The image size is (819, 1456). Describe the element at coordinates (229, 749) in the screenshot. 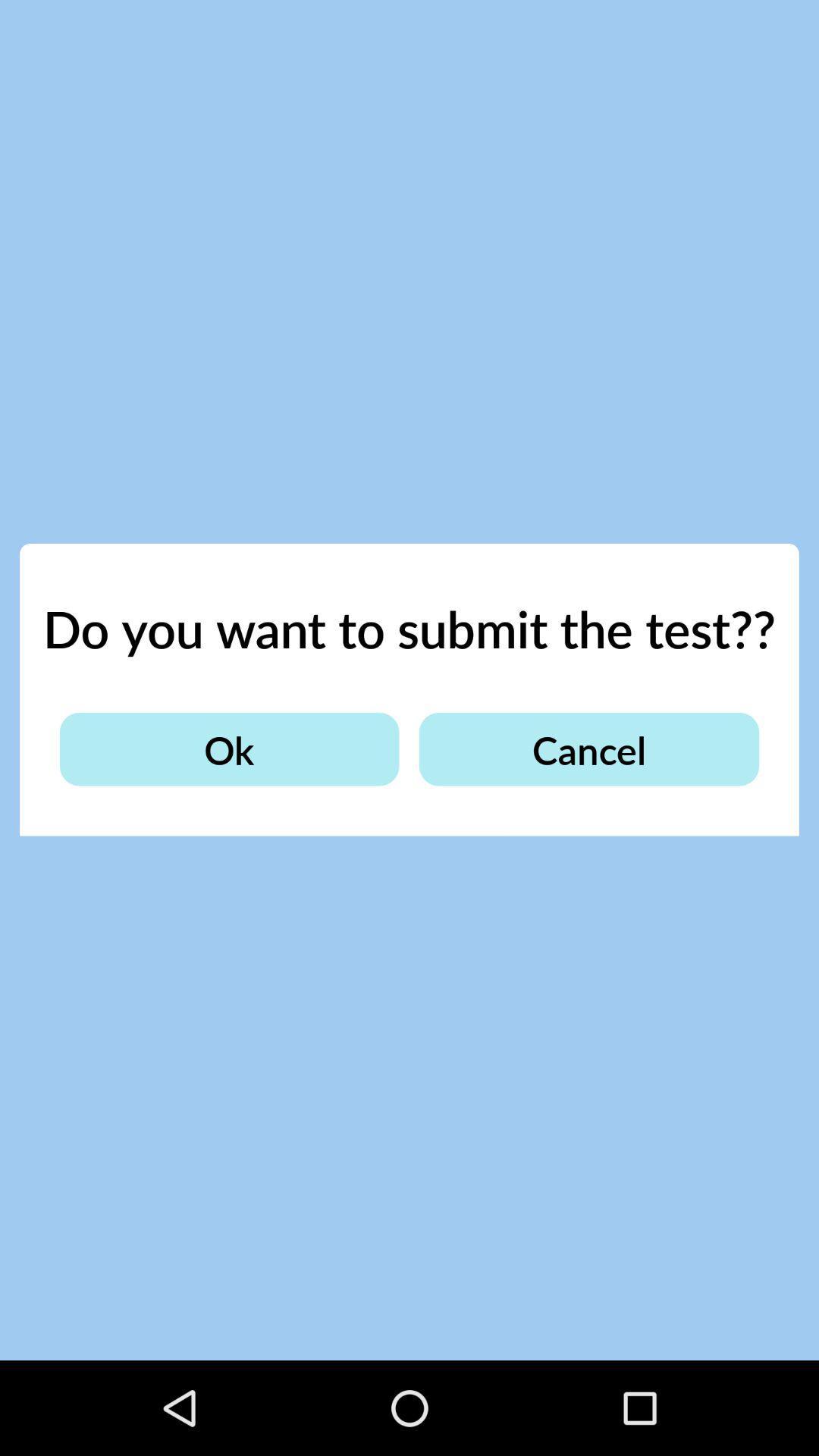

I see `ok` at that location.